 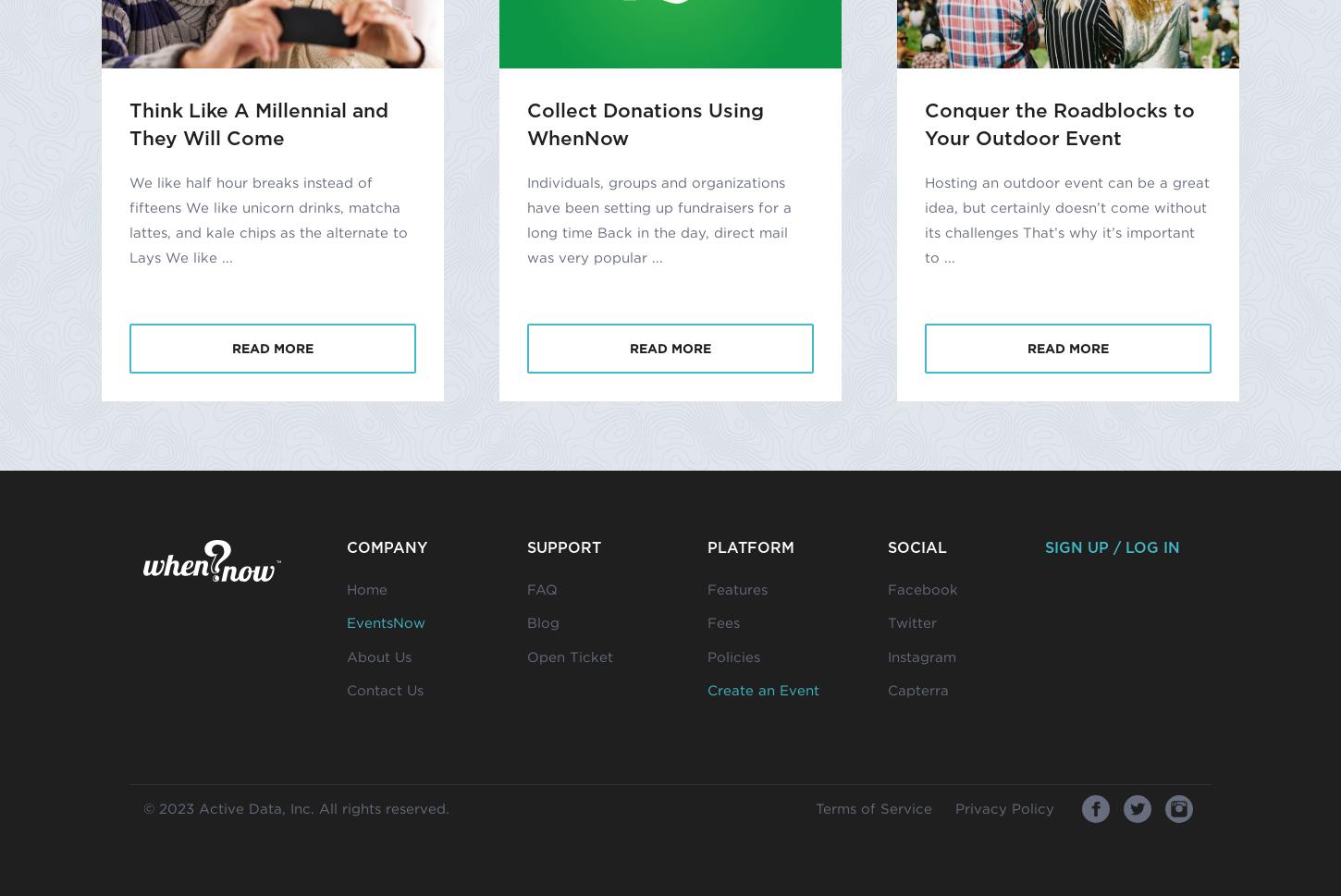 What do you see at coordinates (751, 546) in the screenshot?
I see `'Platform'` at bounding box center [751, 546].